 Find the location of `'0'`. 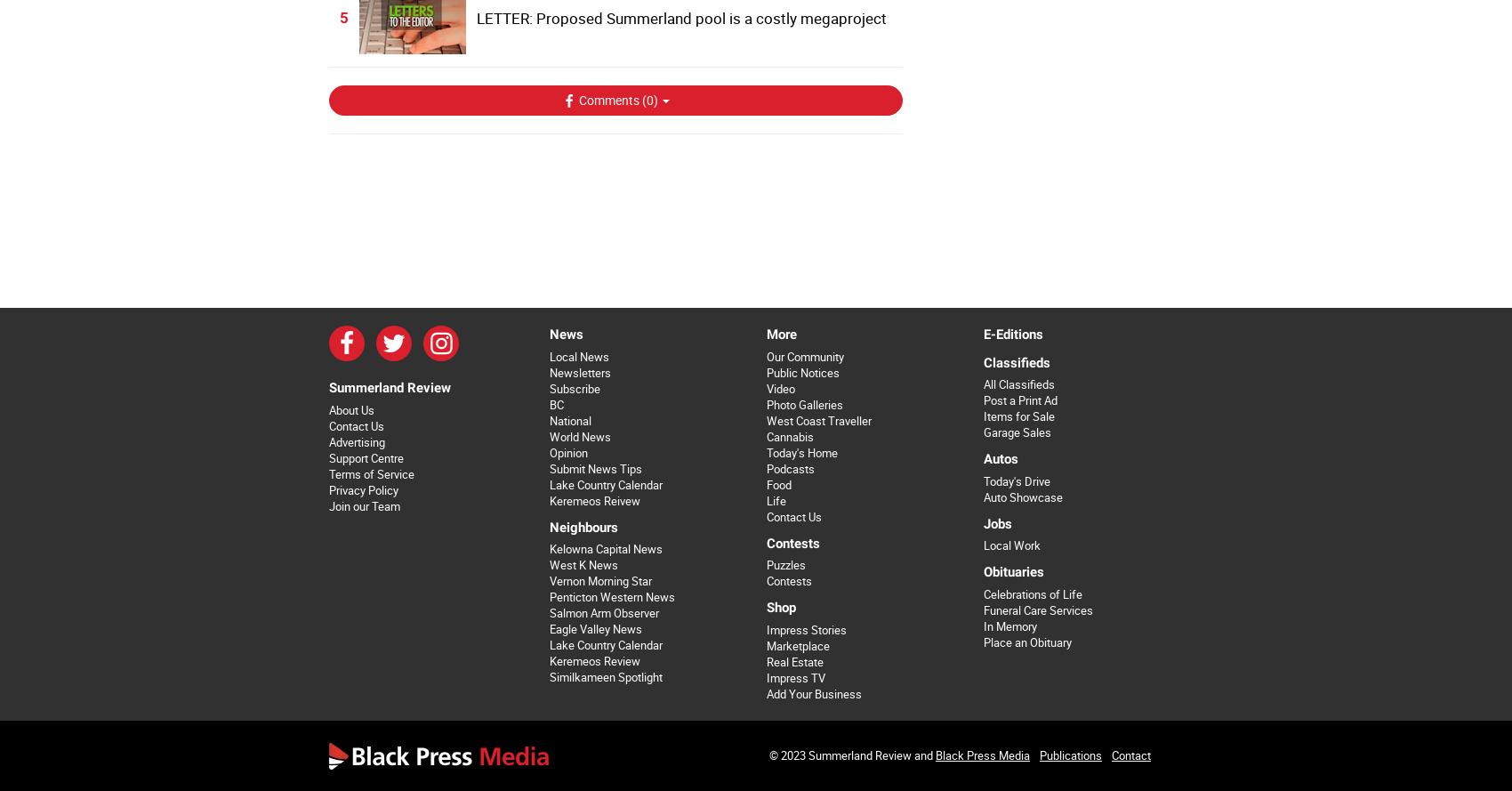

'0' is located at coordinates (650, 99).